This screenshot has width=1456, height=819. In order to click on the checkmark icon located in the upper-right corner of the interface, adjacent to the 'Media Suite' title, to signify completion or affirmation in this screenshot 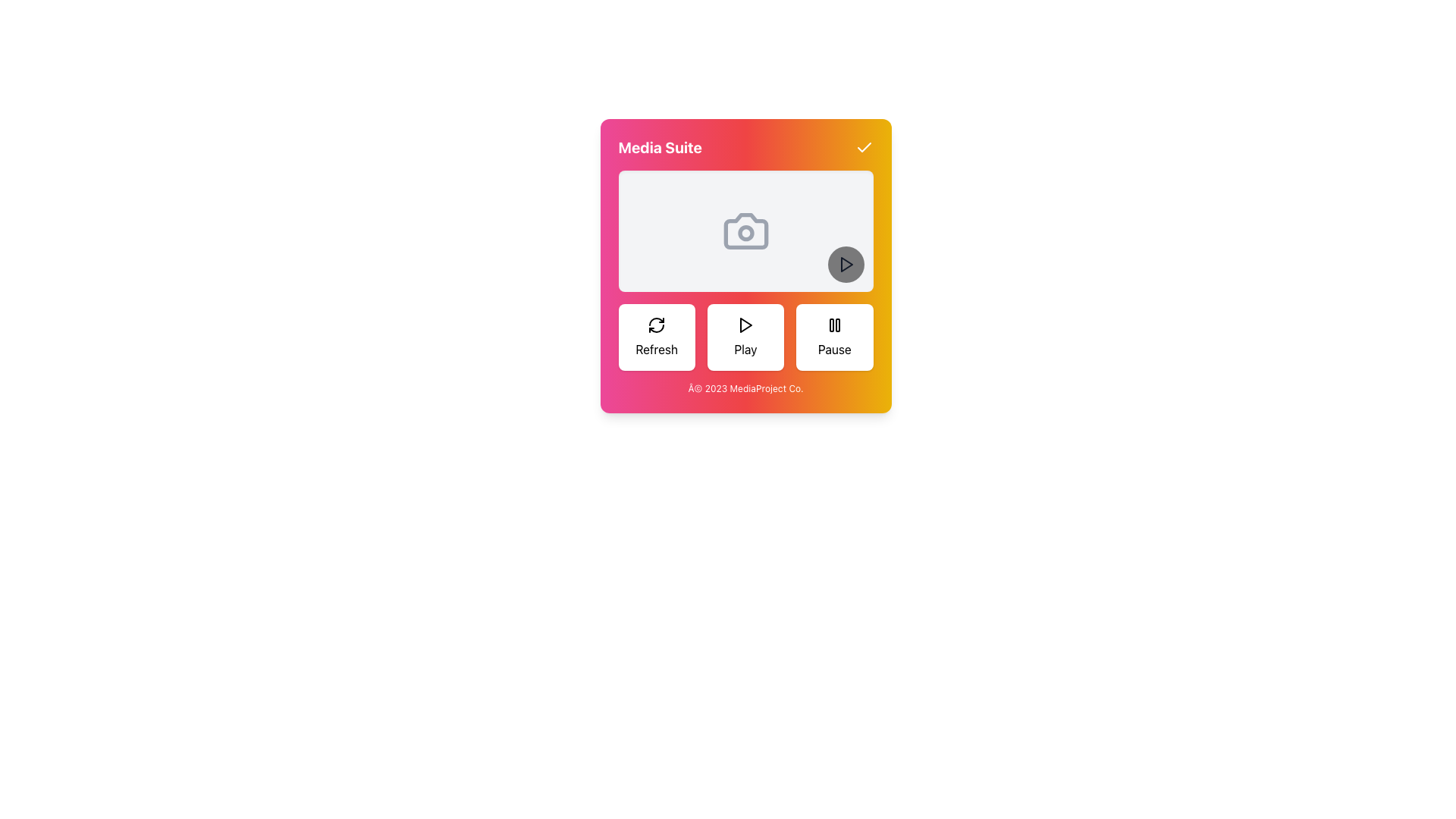, I will do `click(864, 147)`.